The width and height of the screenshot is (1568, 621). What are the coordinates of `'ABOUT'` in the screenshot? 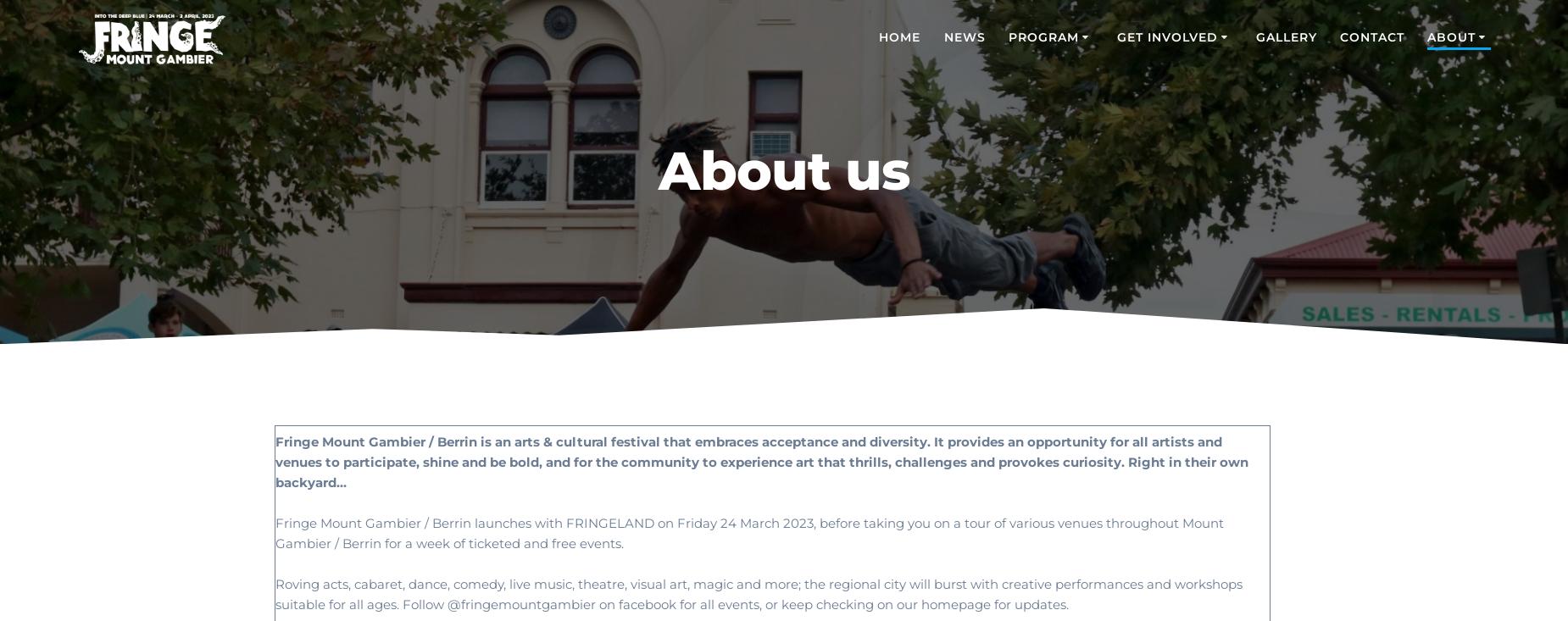 It's located at (1427, 36).